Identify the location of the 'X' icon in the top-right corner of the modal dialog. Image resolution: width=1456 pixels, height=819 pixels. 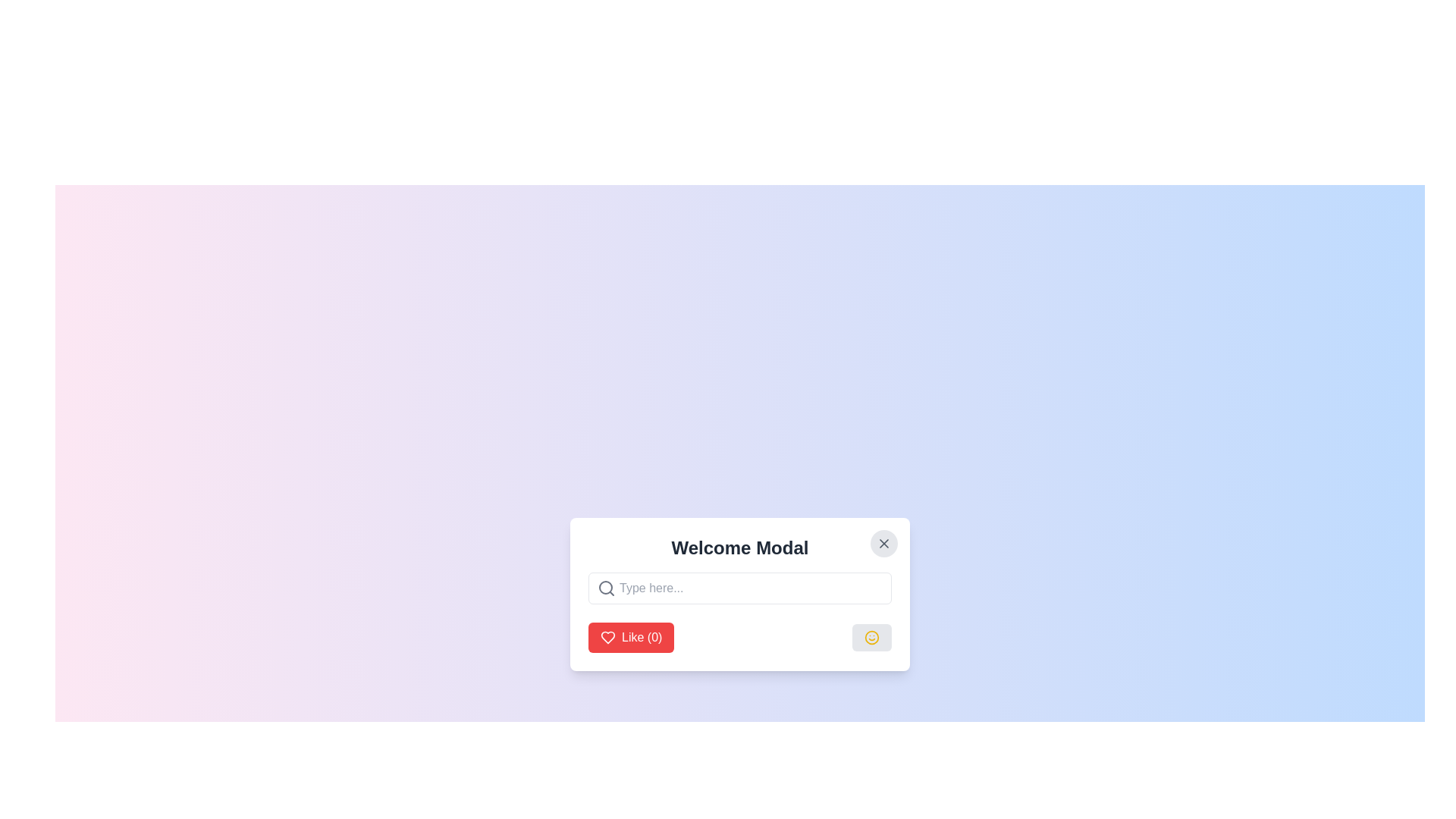
(884, 543).